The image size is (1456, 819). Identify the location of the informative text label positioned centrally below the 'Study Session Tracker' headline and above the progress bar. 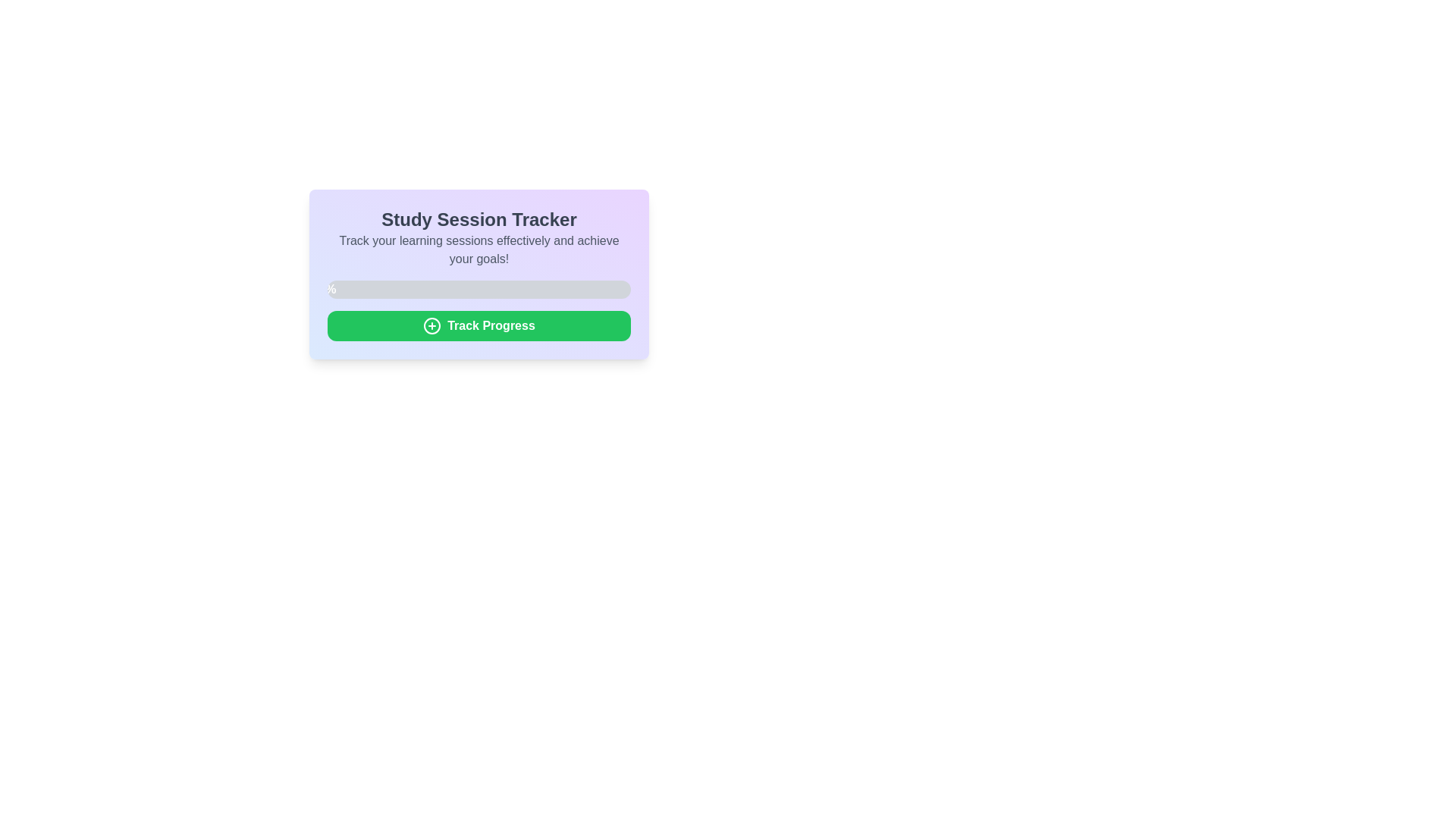
(479, 249).